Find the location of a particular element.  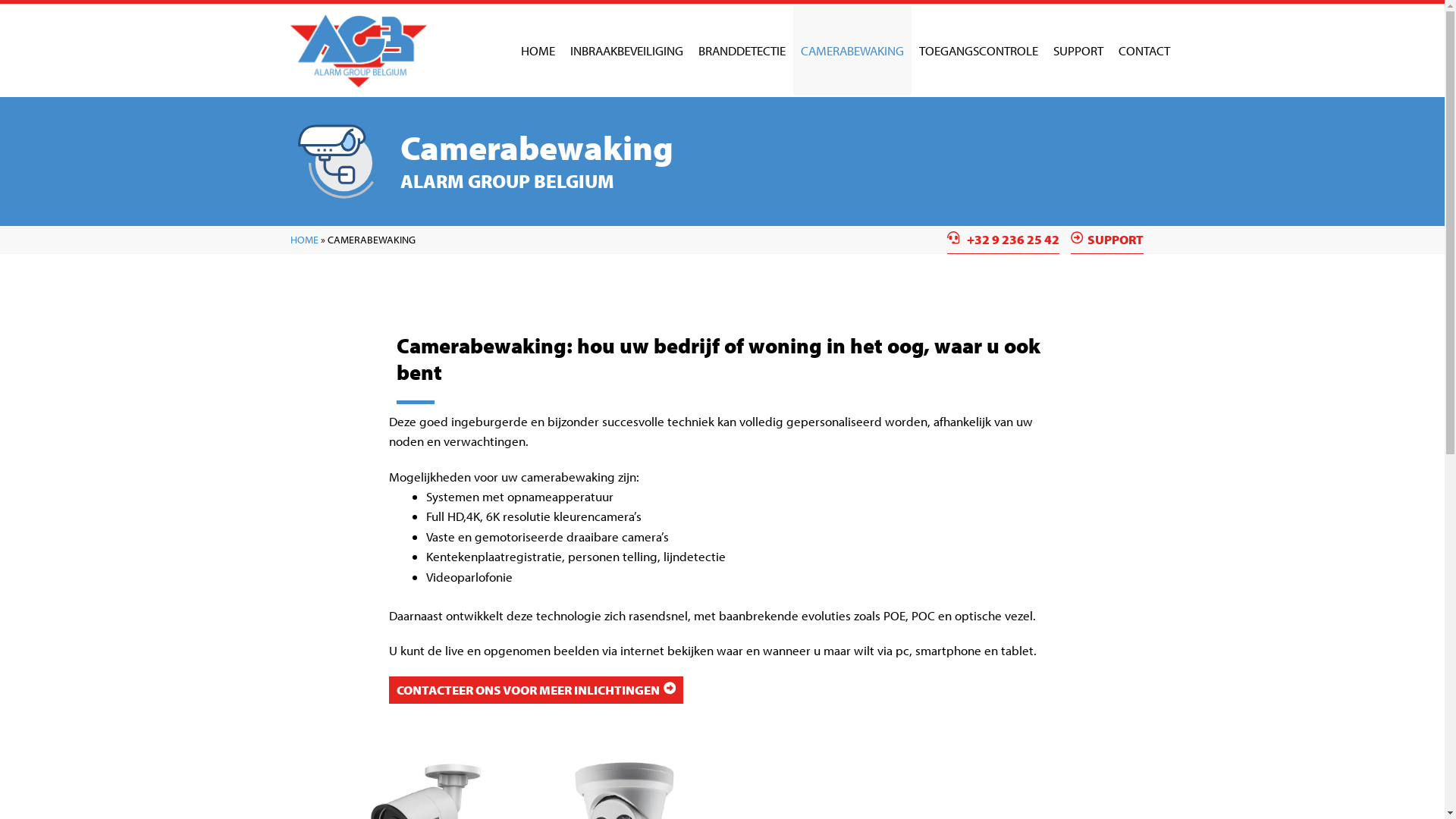

'HOME' is located at coordinates (537, 49).